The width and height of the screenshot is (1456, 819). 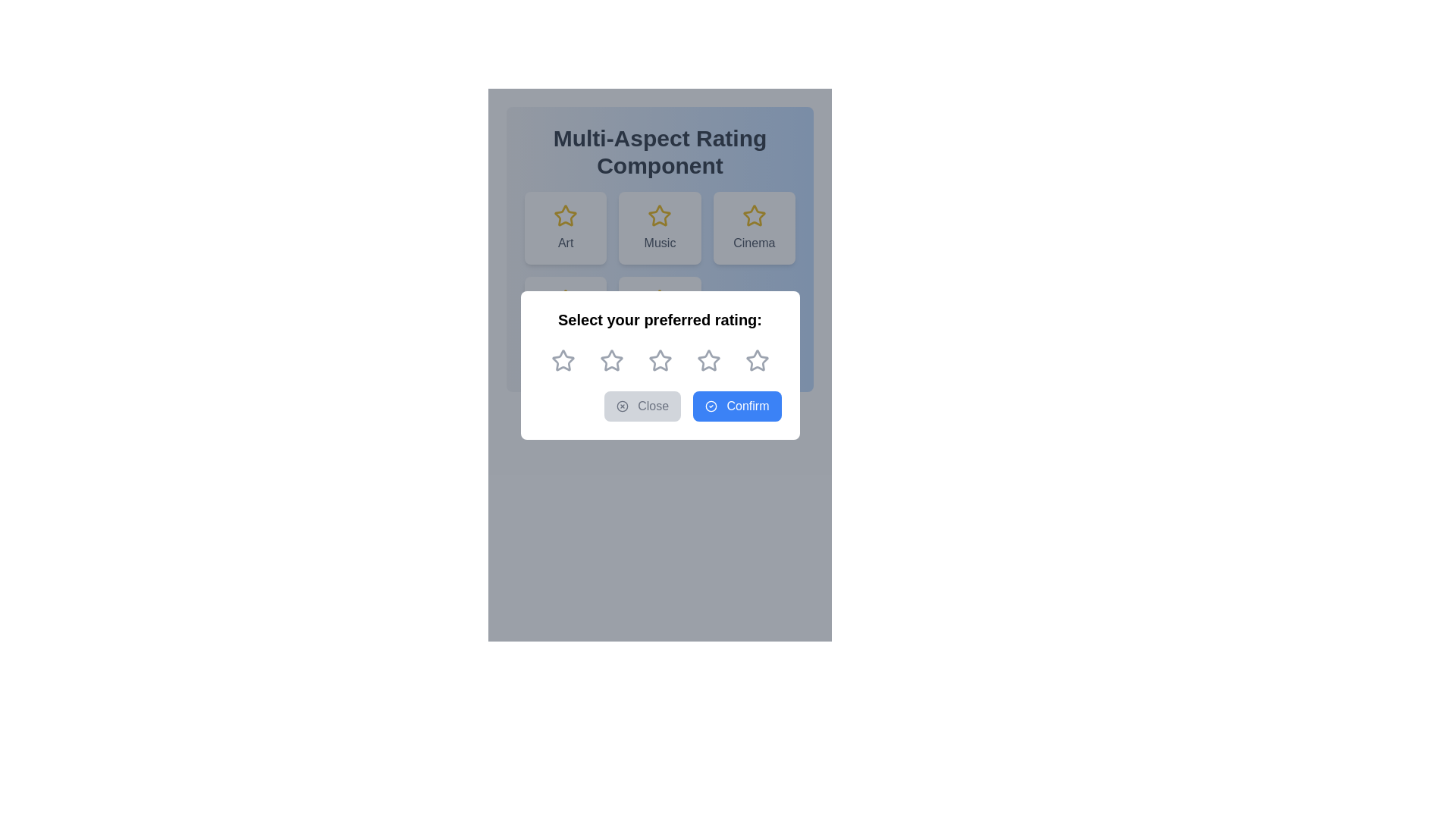 What do you see at coordinates (708, 359) in the screenshot?
I see `the fourth star icon in the five-point rating scale located in the modal titled 'Select your preferred rating:'` at bounding box center [708, 359].